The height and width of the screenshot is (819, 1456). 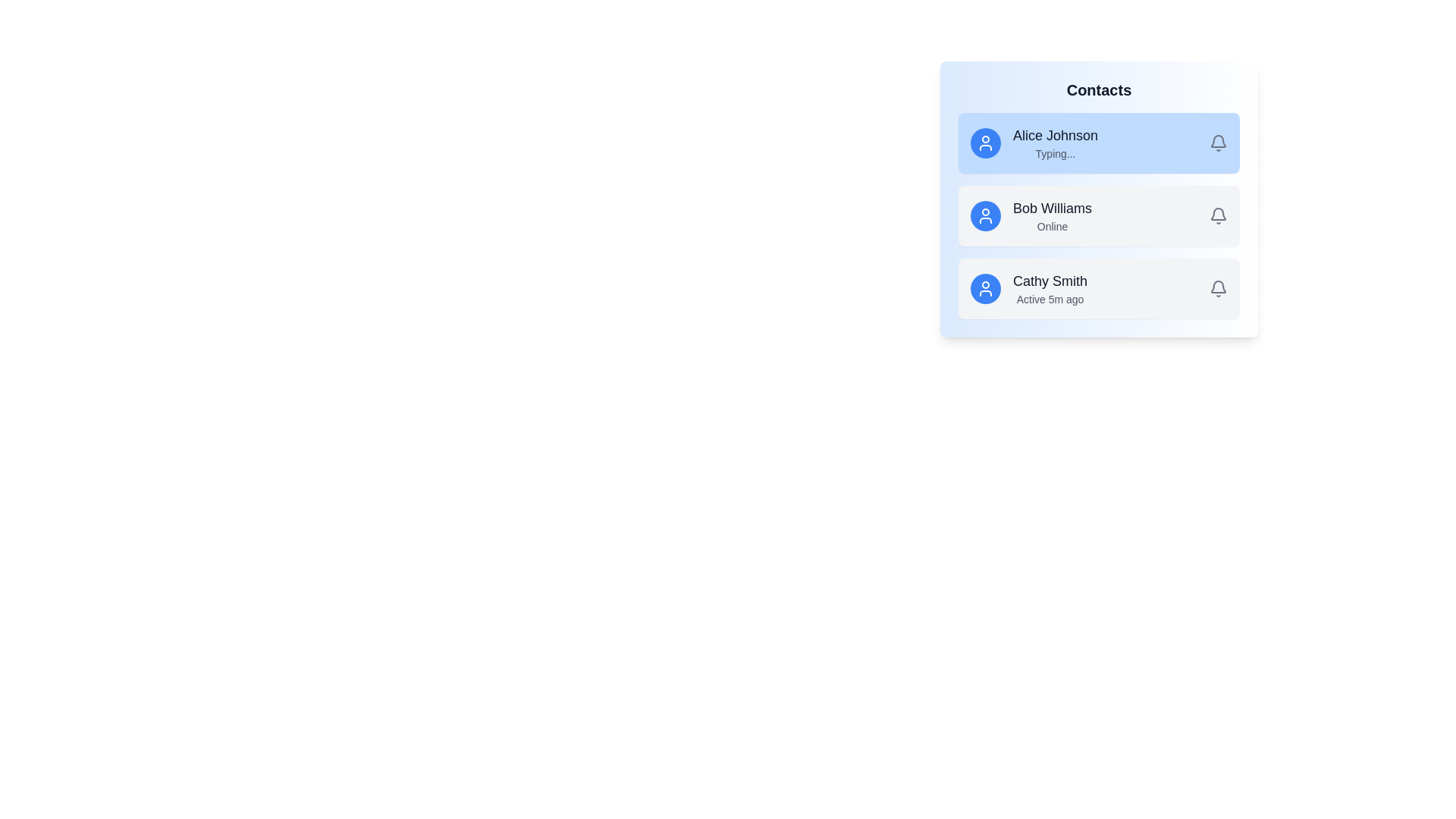 I want to click on the profile picture icon for the contact 'Cathy Smith' located in the third card of the vertical list, so click(x=986, y=289).